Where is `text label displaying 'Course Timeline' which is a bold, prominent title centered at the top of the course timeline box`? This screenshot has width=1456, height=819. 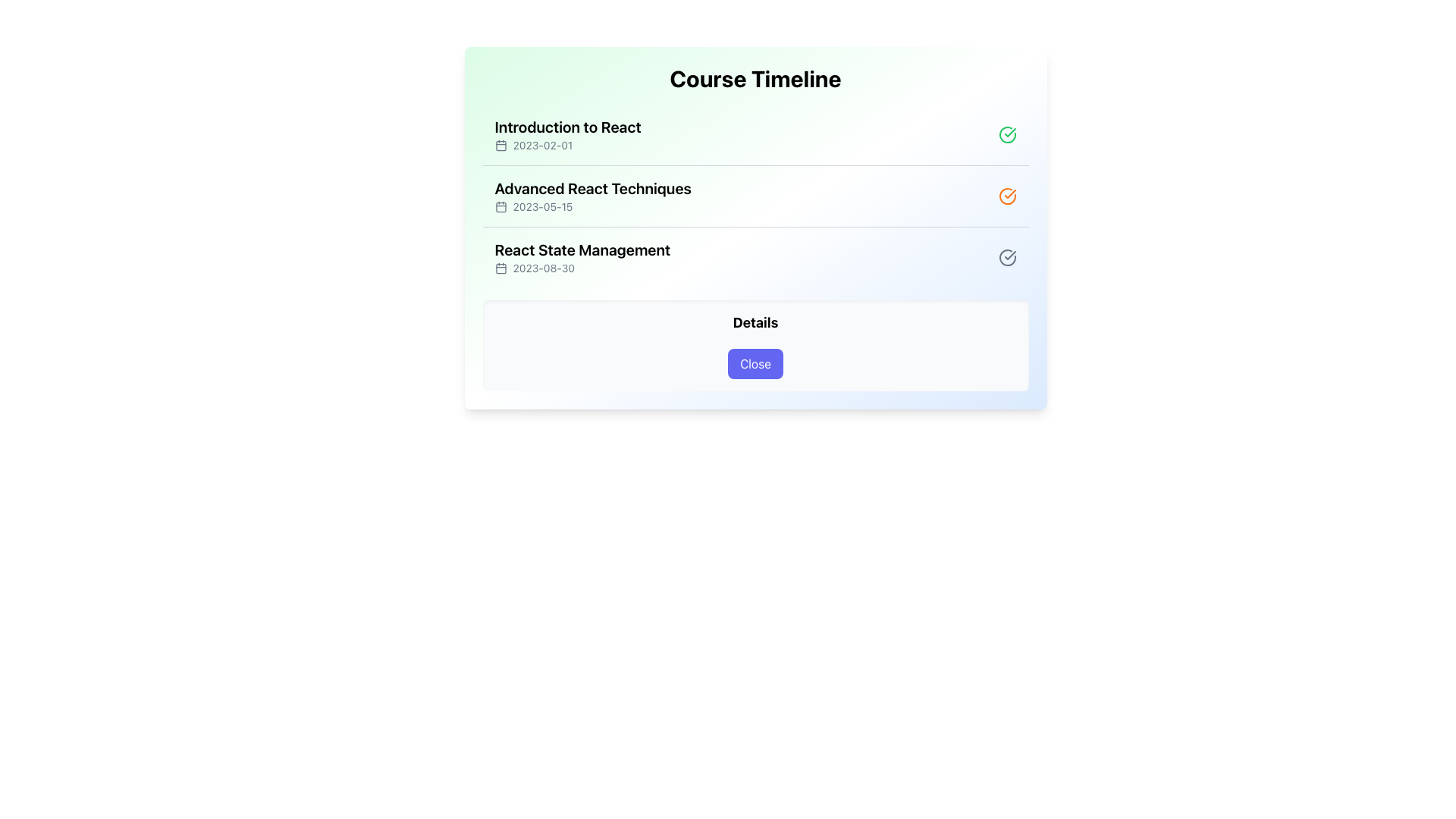 text label displaying 'Course Timeline' which is a bold, prominent title centered at the top of the course timeline box is located at coordinates (755, 79).